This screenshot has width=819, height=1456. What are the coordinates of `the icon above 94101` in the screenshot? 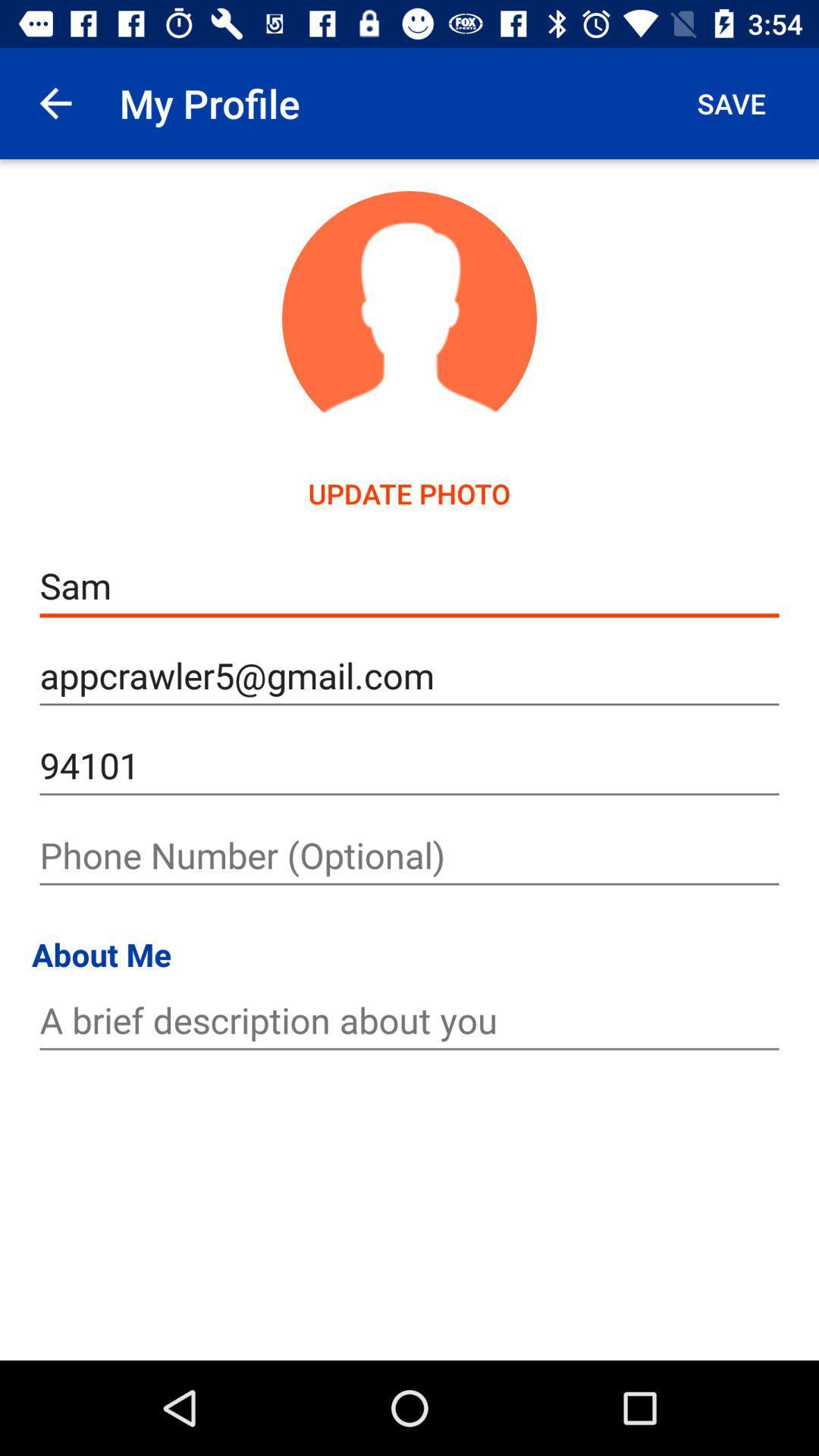 It's located at (409, 675).